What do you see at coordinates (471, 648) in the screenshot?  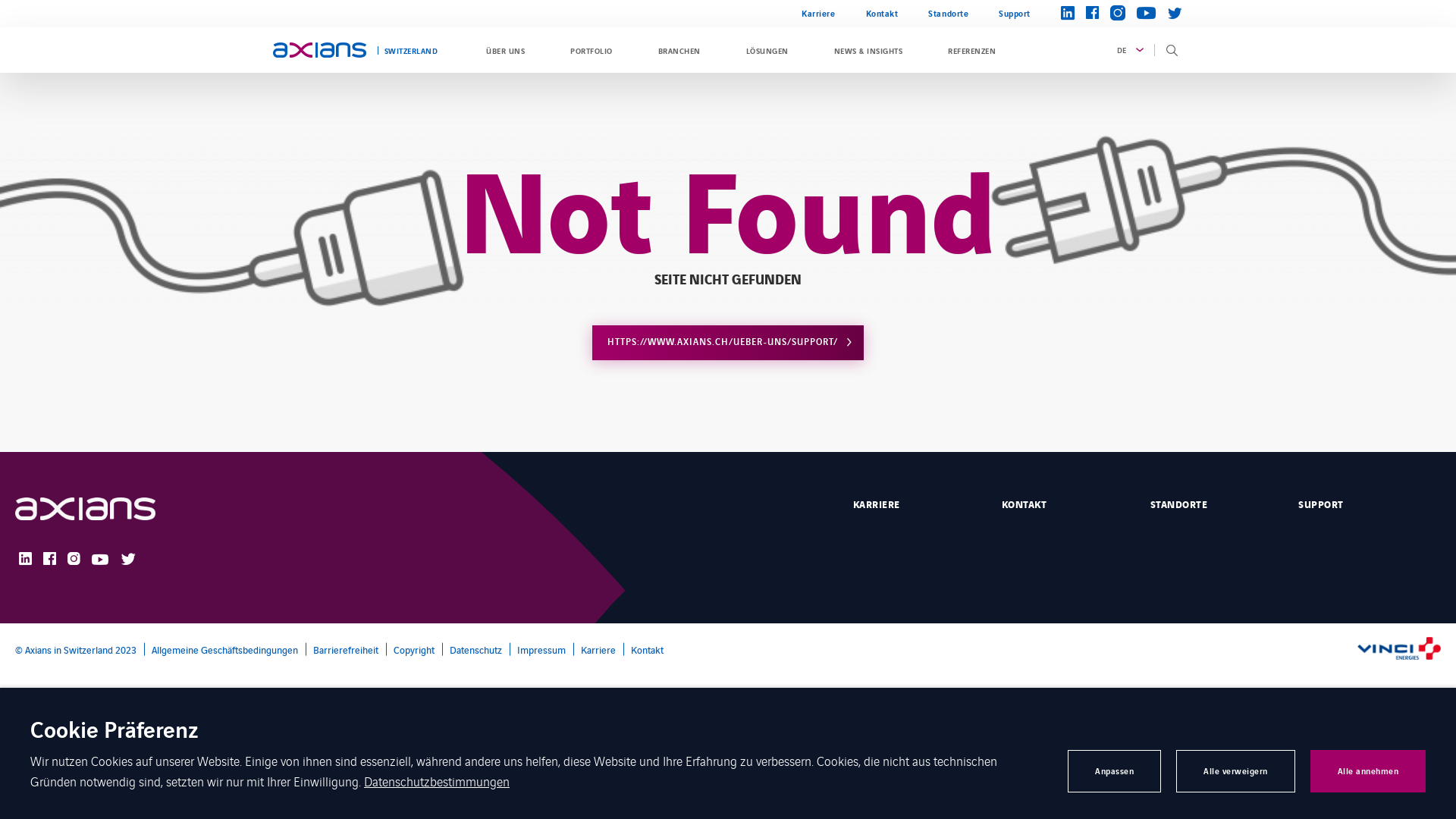 I see `'Datenschutz'` at bounding box center [471, 648].